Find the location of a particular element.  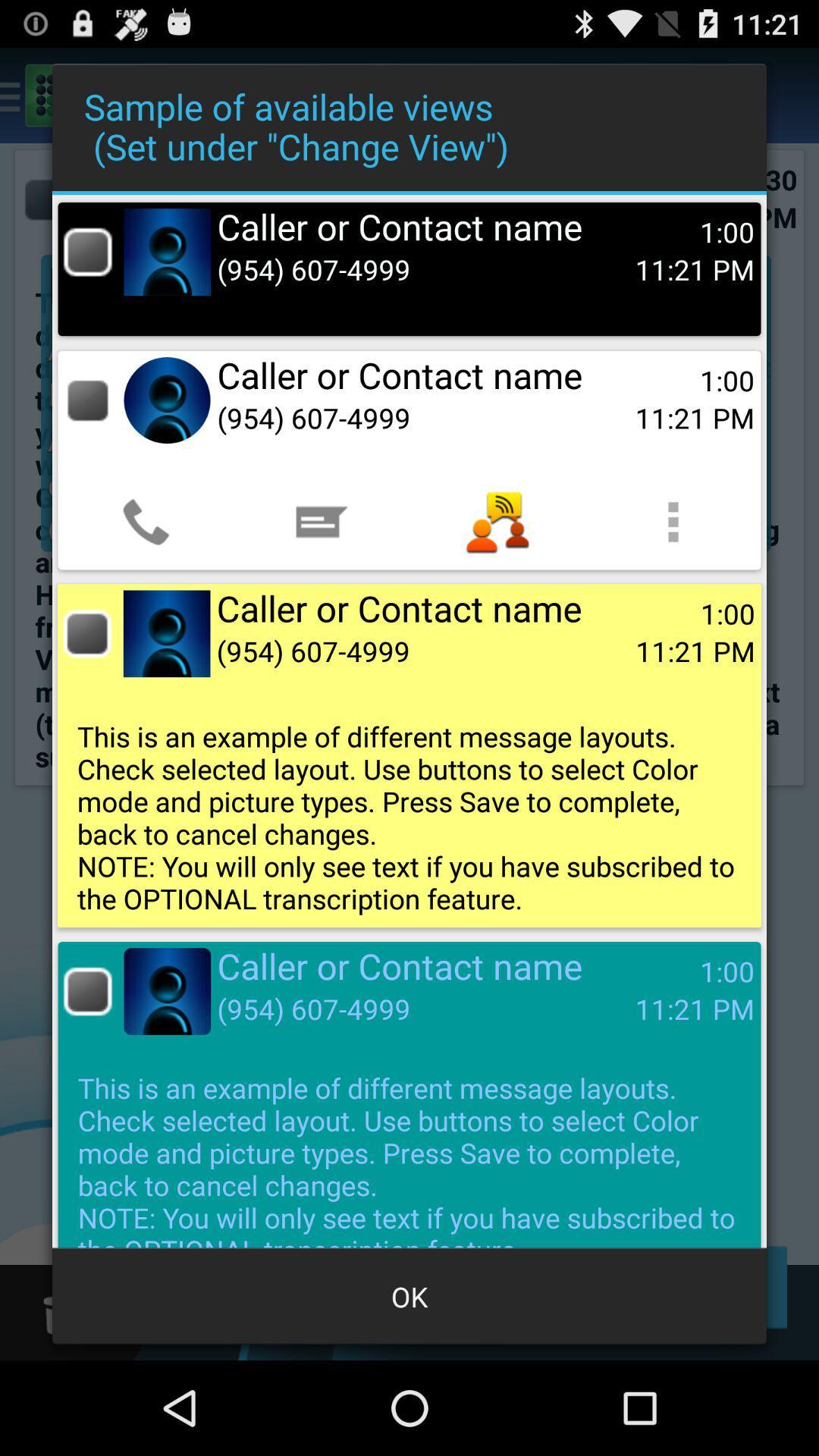

icon above the caller or contact app is located at coordinates (672, 522).